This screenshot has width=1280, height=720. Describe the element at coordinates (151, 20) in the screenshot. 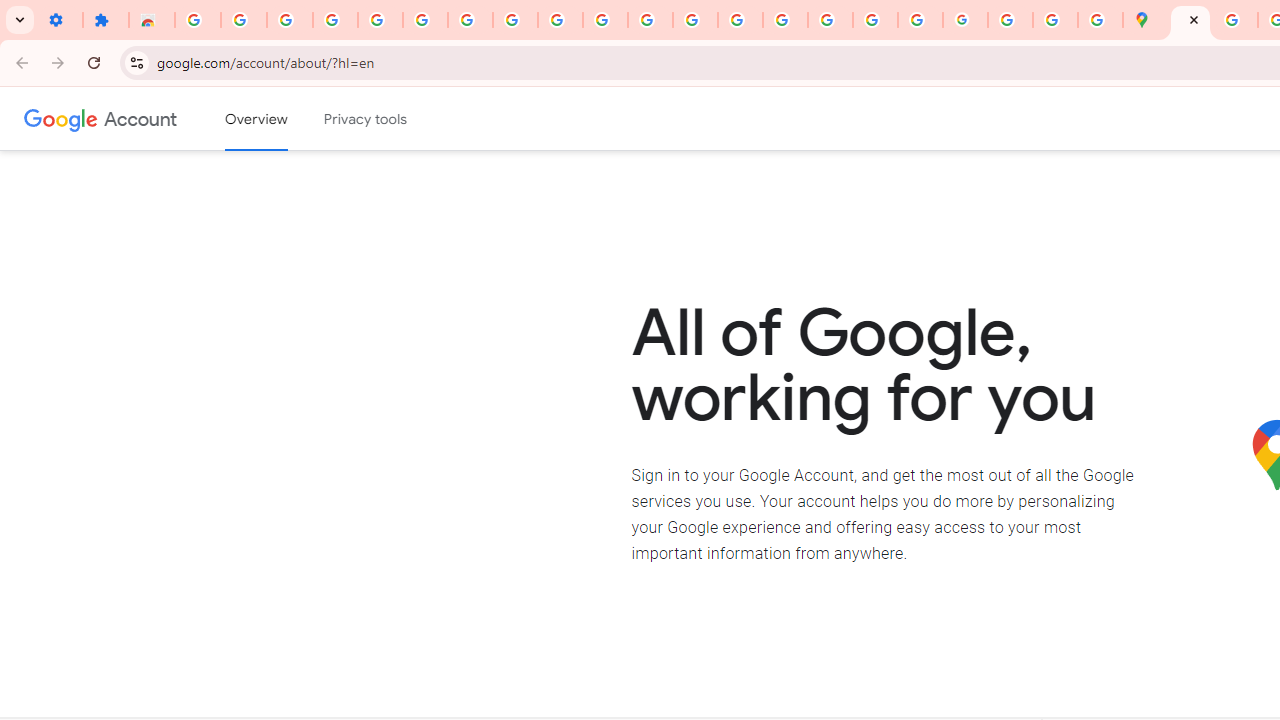

I see `'Reviews: Helix Fruit Jump Arcade Game'` at that location.